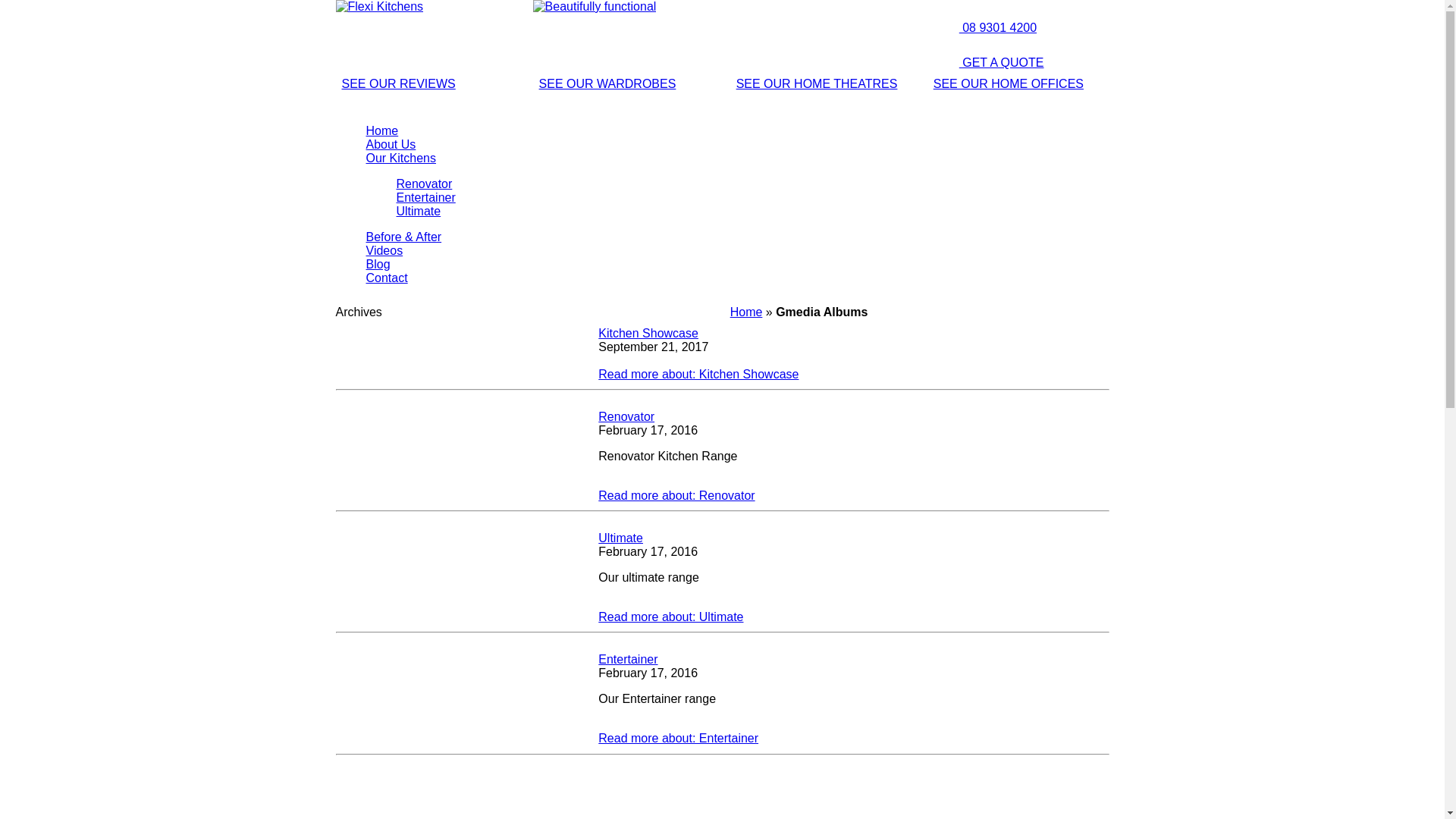 Image resolution: width=1456 pixels, height=819 pixels. I want to click on 'Contact', so click(386, 278).